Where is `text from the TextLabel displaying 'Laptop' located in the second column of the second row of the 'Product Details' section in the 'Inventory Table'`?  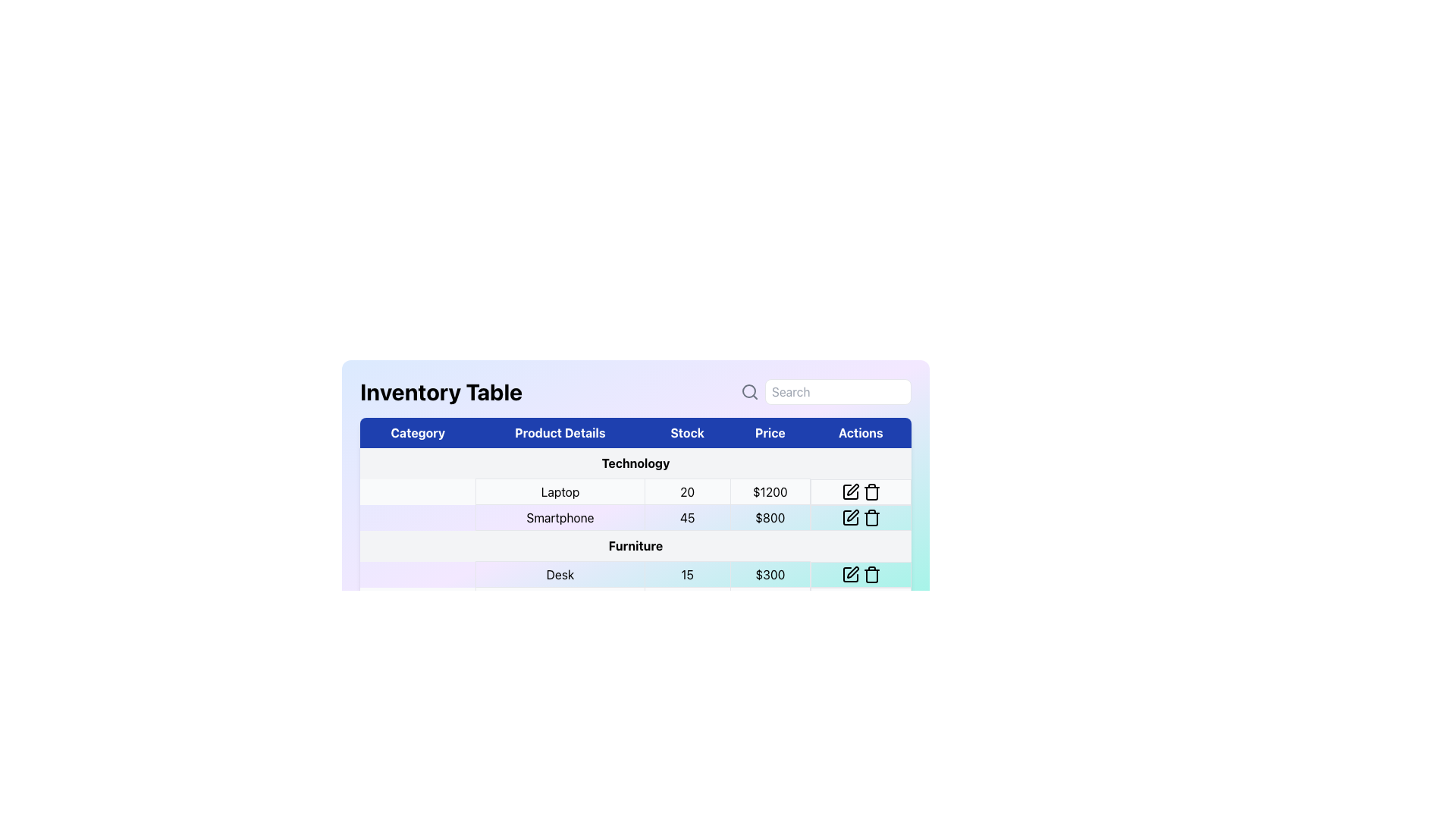
text from the TextLabel displaying 'Laptop' located in the second column of the second row of the 'Product Details' section in the 'Inventory Table' is located at coordinates (560, 491).